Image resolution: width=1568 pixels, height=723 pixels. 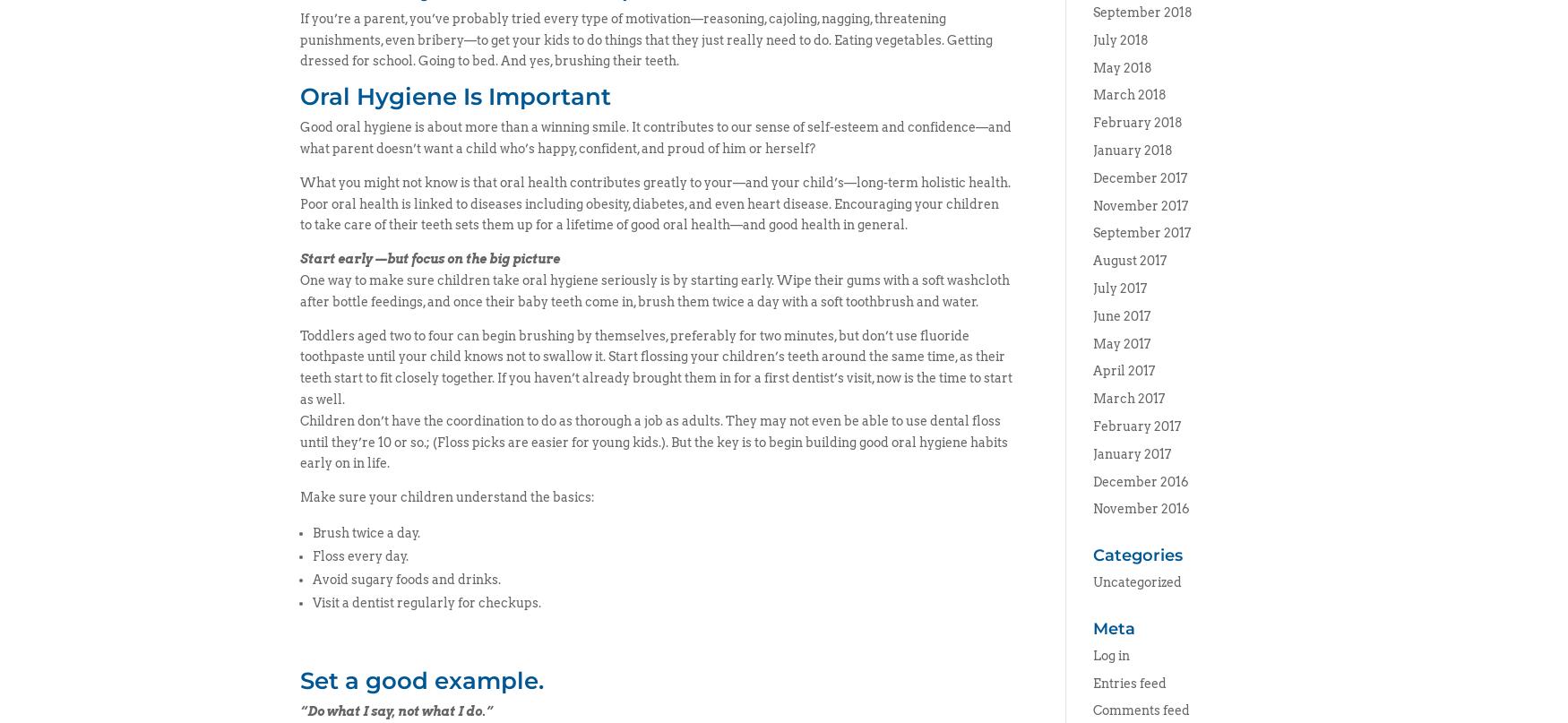 I want to click on 'Categories', so click(x=1135, y=555).